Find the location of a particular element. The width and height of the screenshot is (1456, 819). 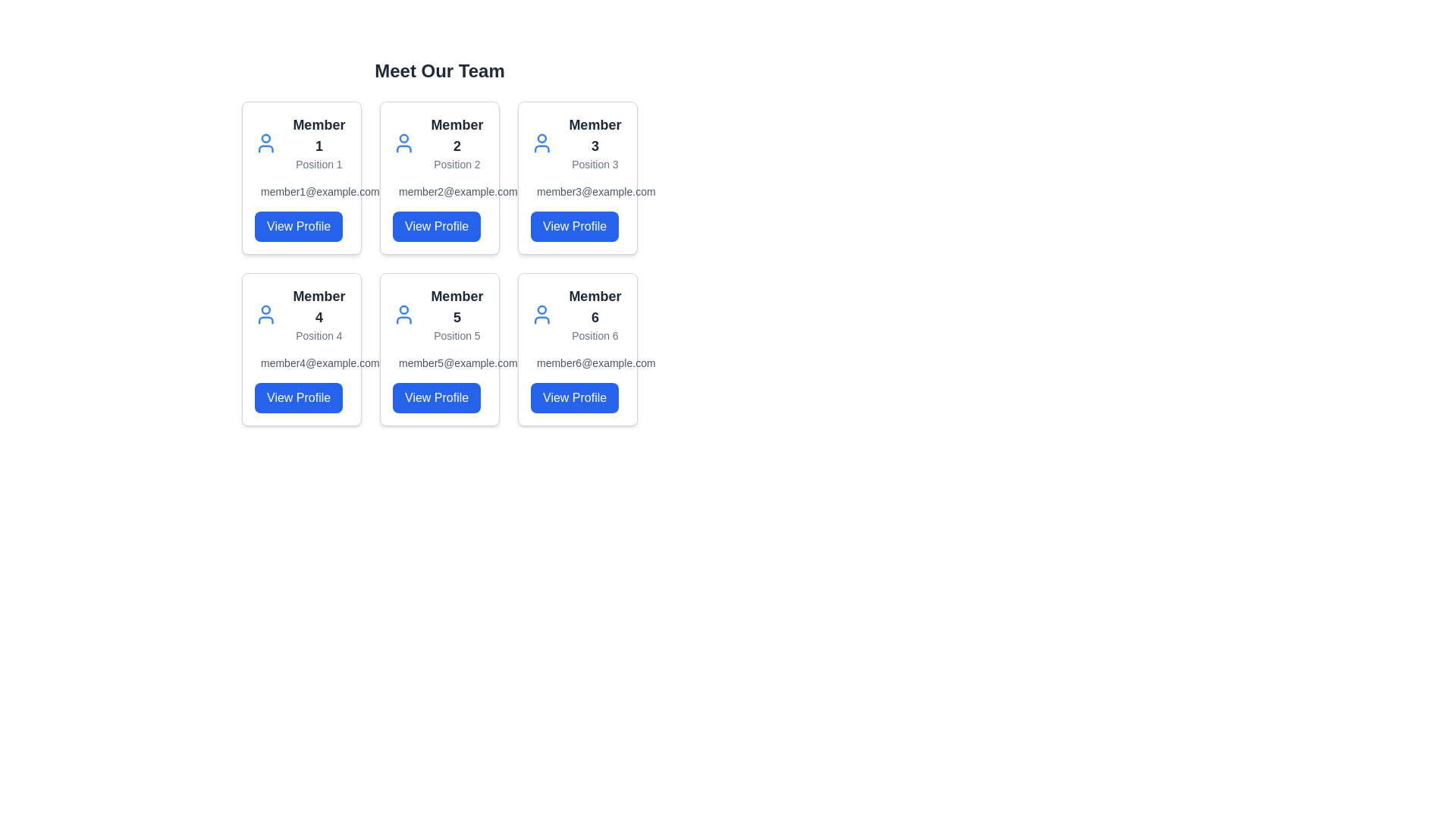

the text label identifying the member as 'Member 6', which is located at the top of the card in the second row, third column of the grid layout is located at coordinates (594, 307).